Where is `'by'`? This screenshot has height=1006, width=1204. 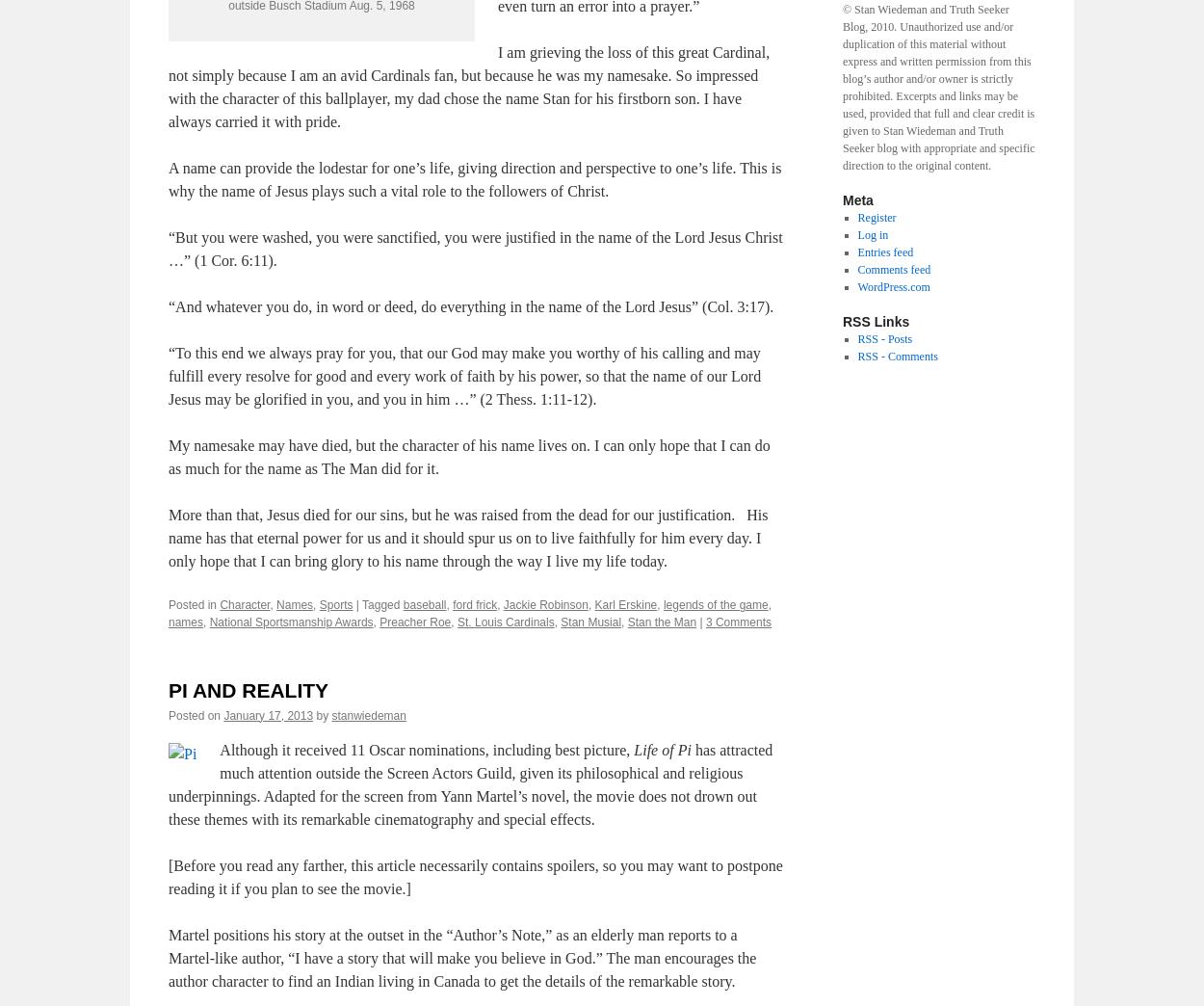 'by' is located at coordinates (321, 714).